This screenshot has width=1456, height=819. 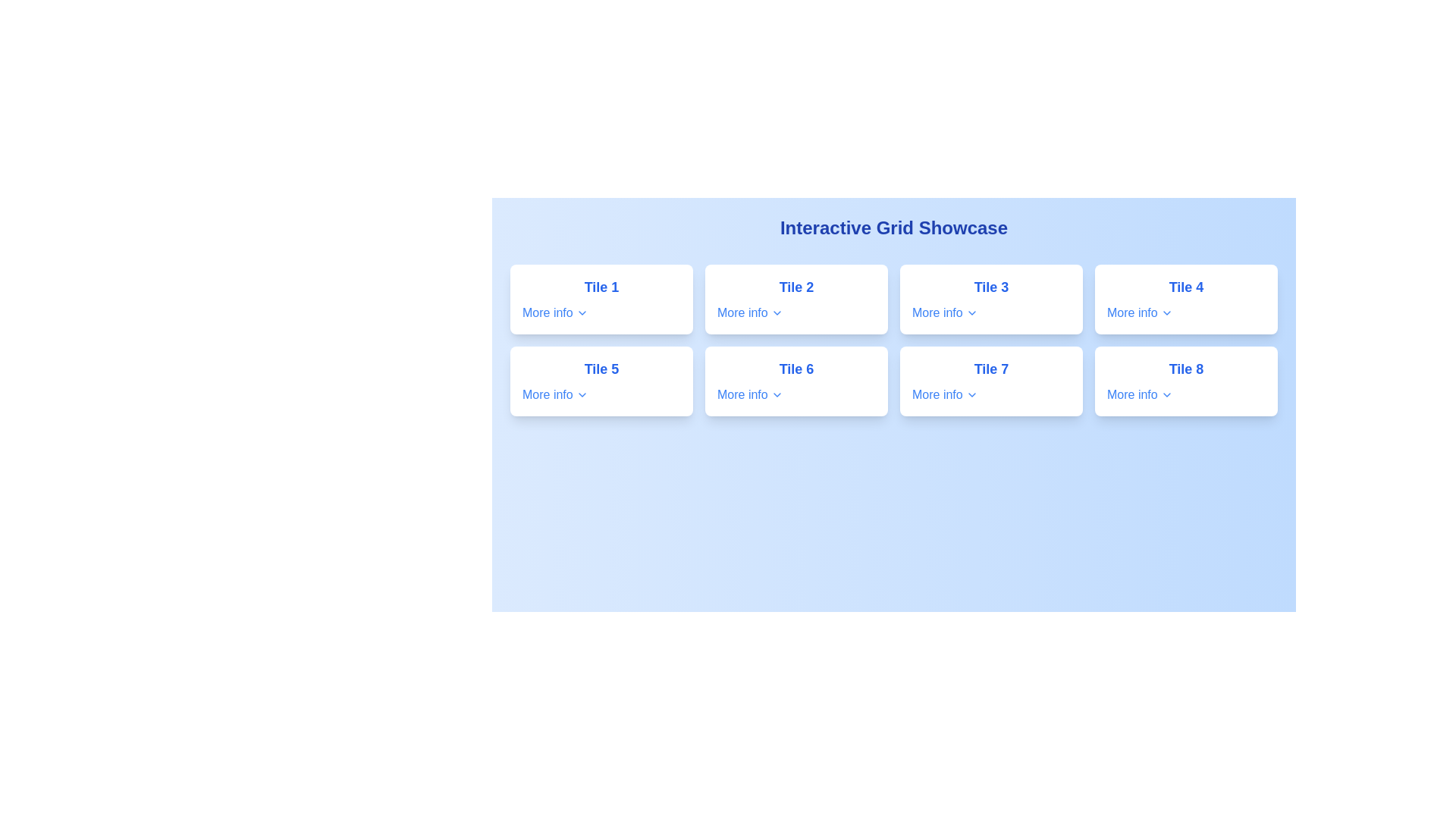 I want to click on the chevron icon located in the second grid tile, titled 'Tile 2', next to the 'More info' text, so click(x=777, y=312).